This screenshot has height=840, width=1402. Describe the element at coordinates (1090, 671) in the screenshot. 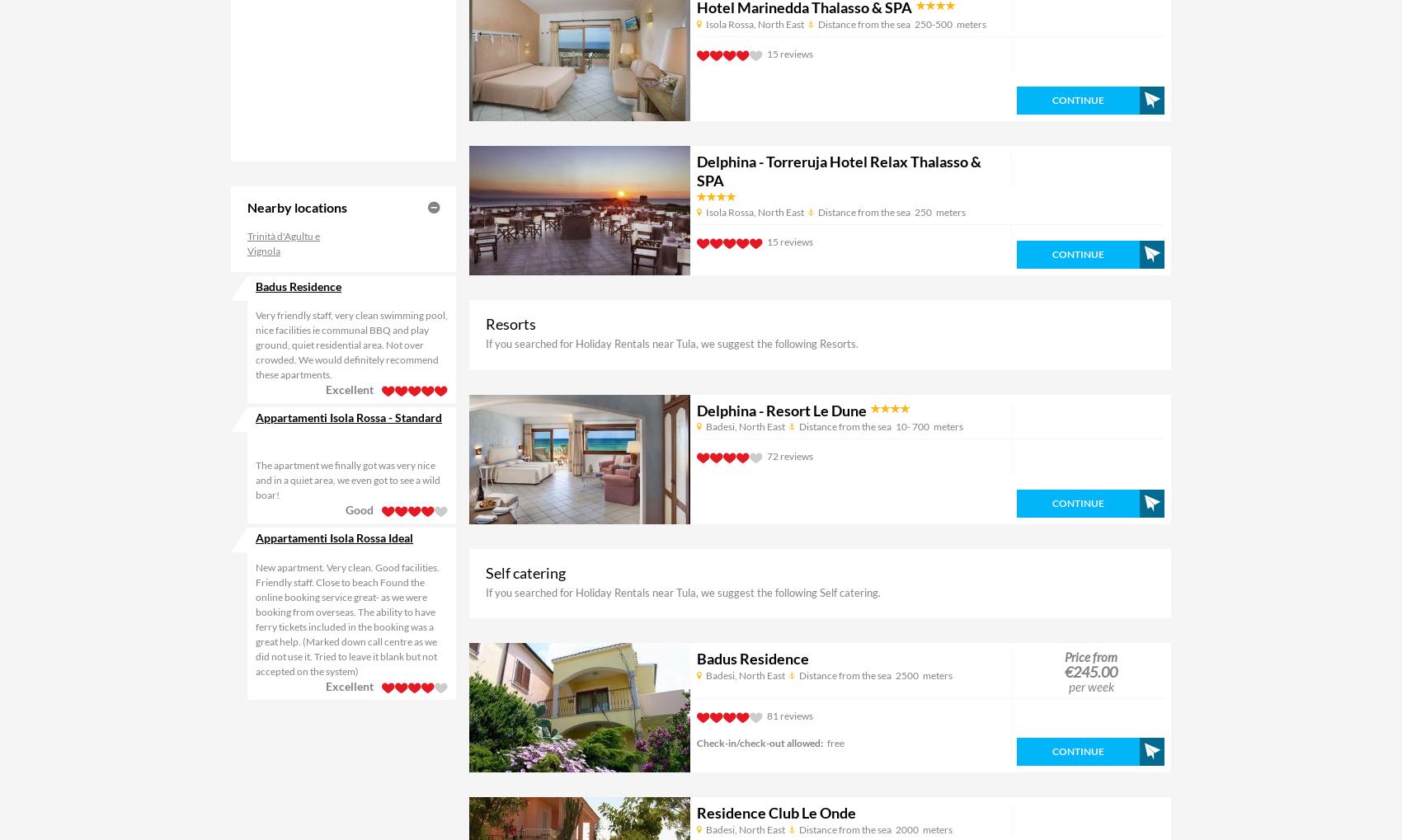

I see `'€245.00'` at that location.